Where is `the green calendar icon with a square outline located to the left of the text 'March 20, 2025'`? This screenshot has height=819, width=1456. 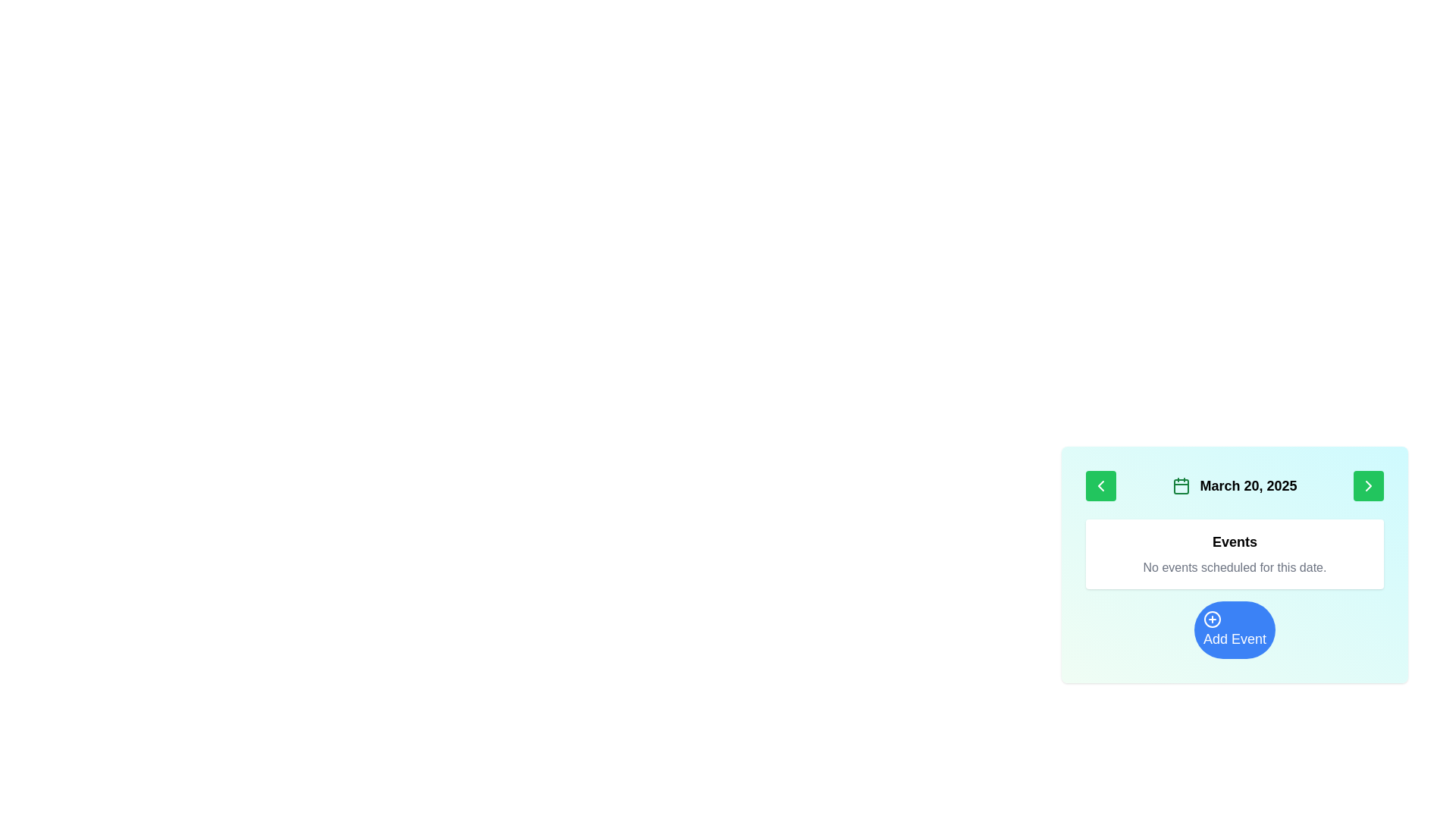 the green calendar icon with a square outline located to the left of the text 'March 20, 2025' is located at coordinates (1181, 485).